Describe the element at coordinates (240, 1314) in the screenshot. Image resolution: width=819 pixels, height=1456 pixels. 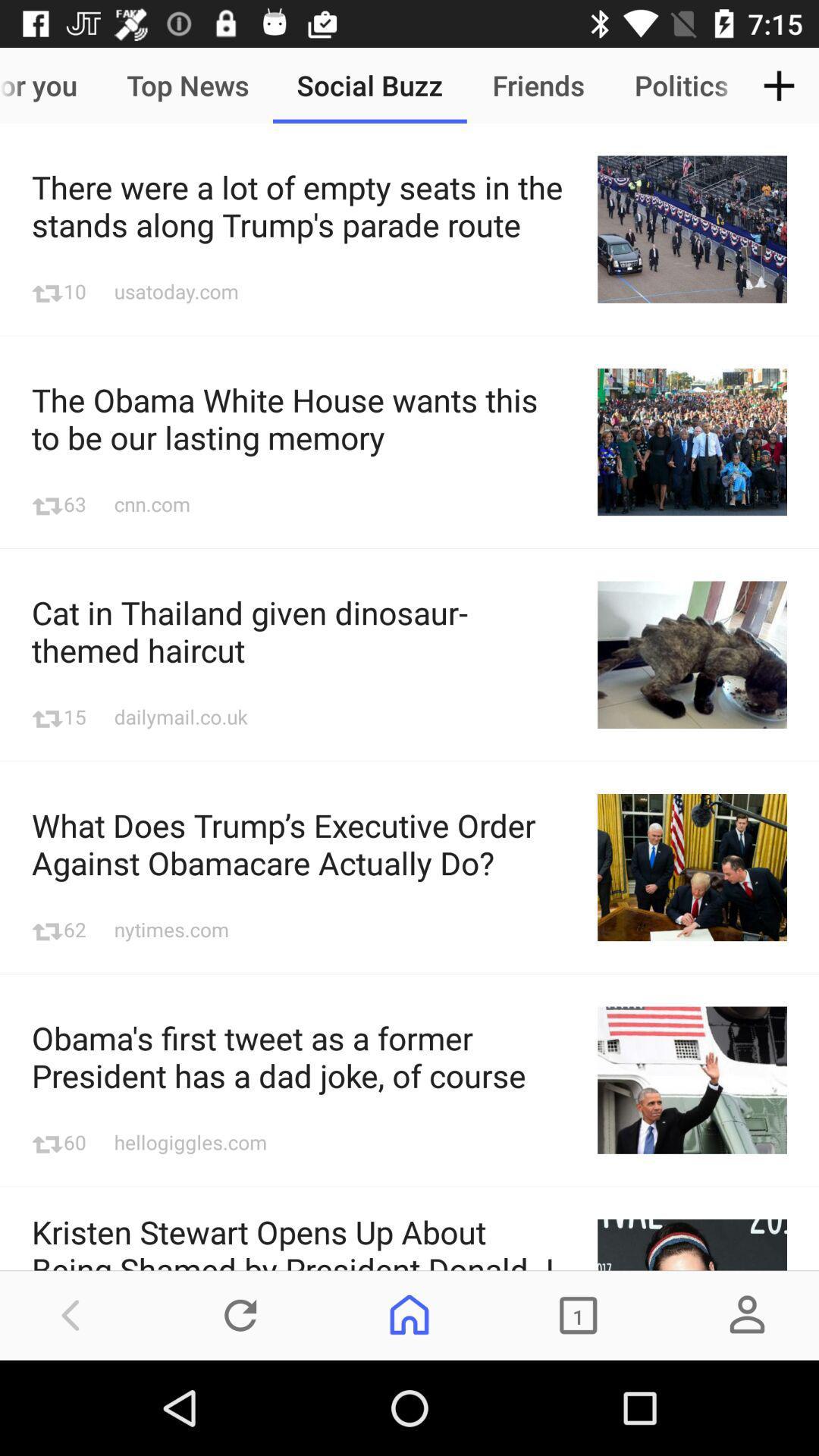
I see `second icon from the bottom left` at that location.